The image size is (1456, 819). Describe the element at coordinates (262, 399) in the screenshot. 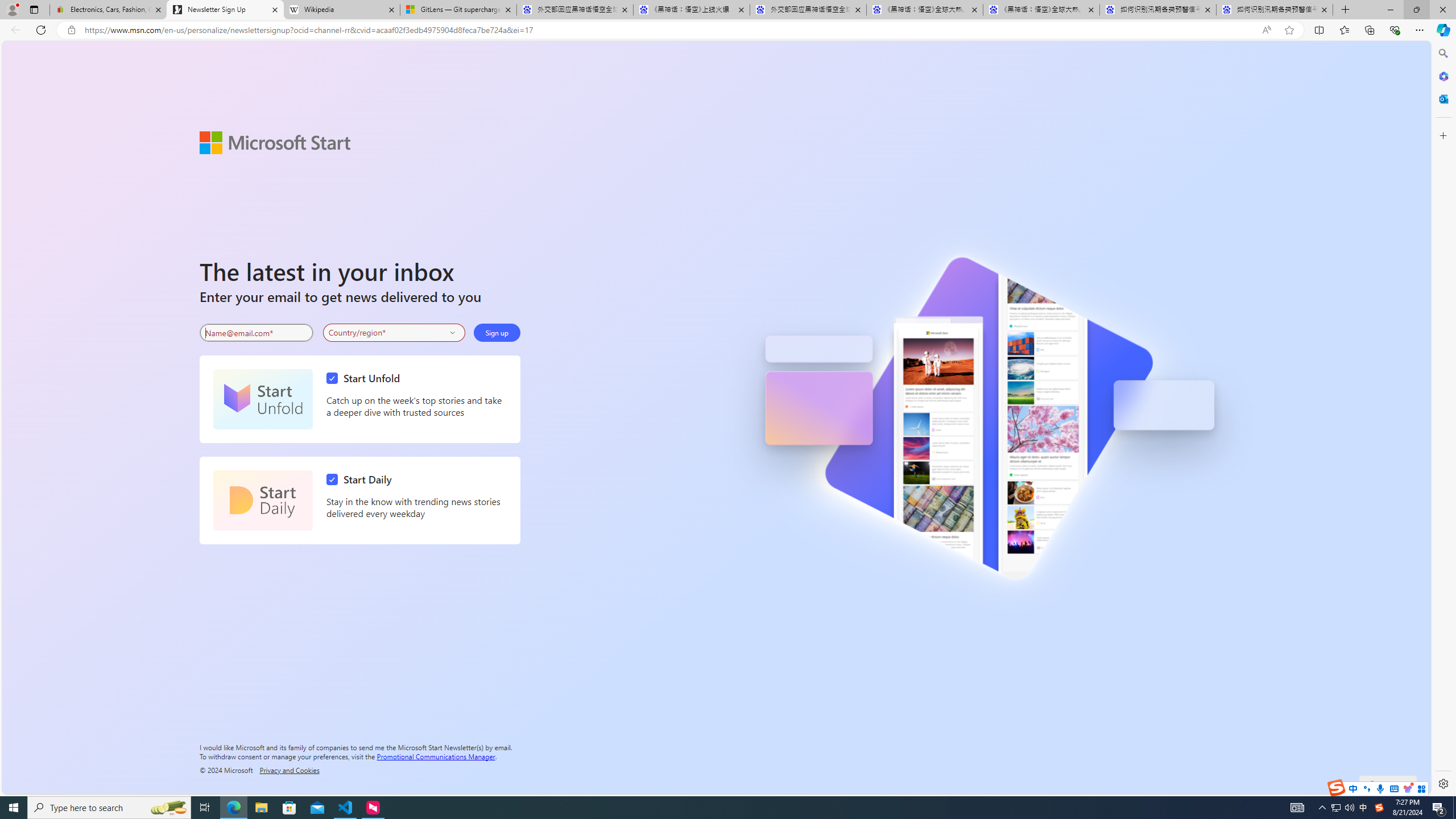

I see `'Start Unfold'` at that location.